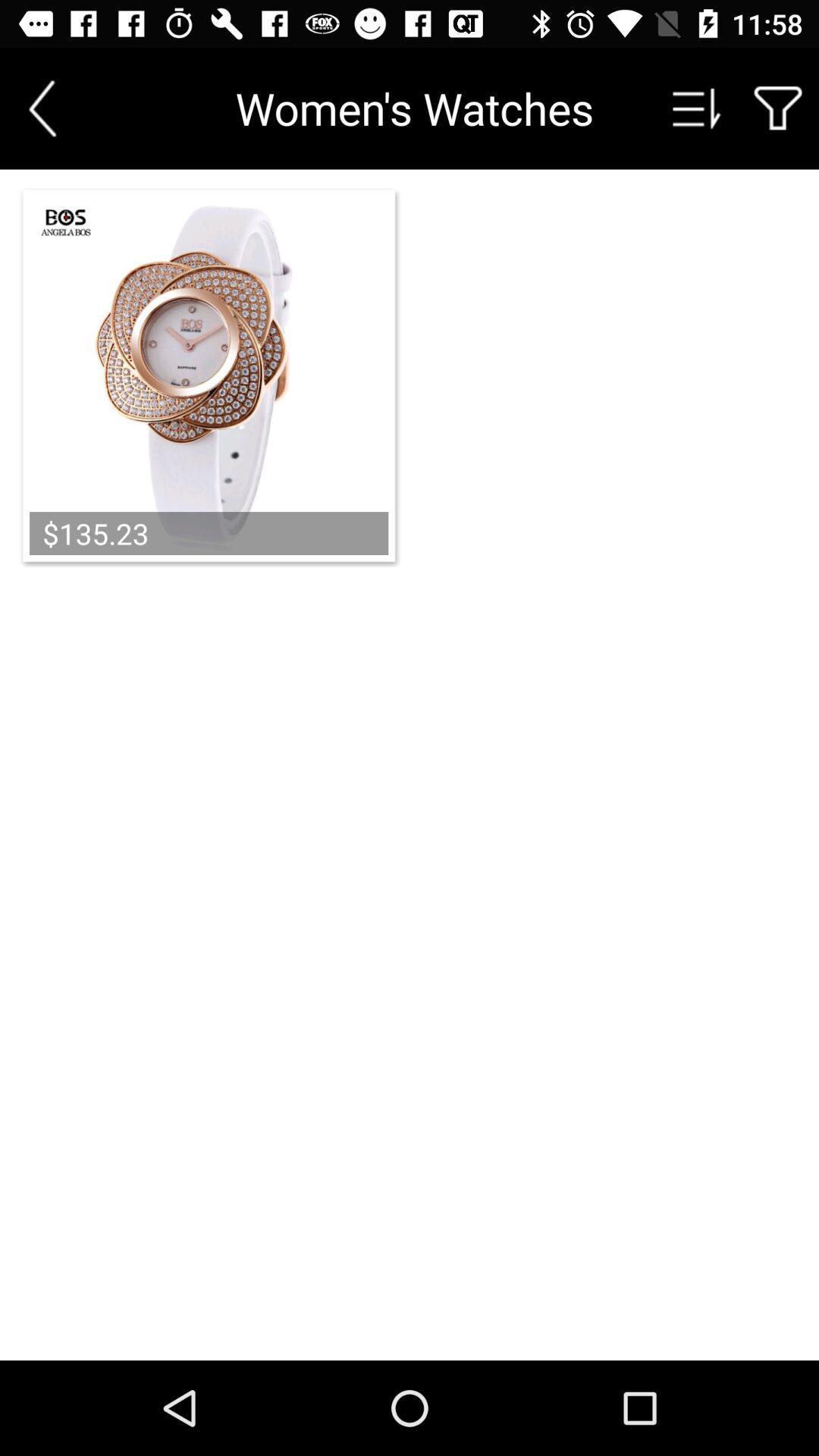 The image size is (819, 1456). I want to click on previous, so click(42, 108).